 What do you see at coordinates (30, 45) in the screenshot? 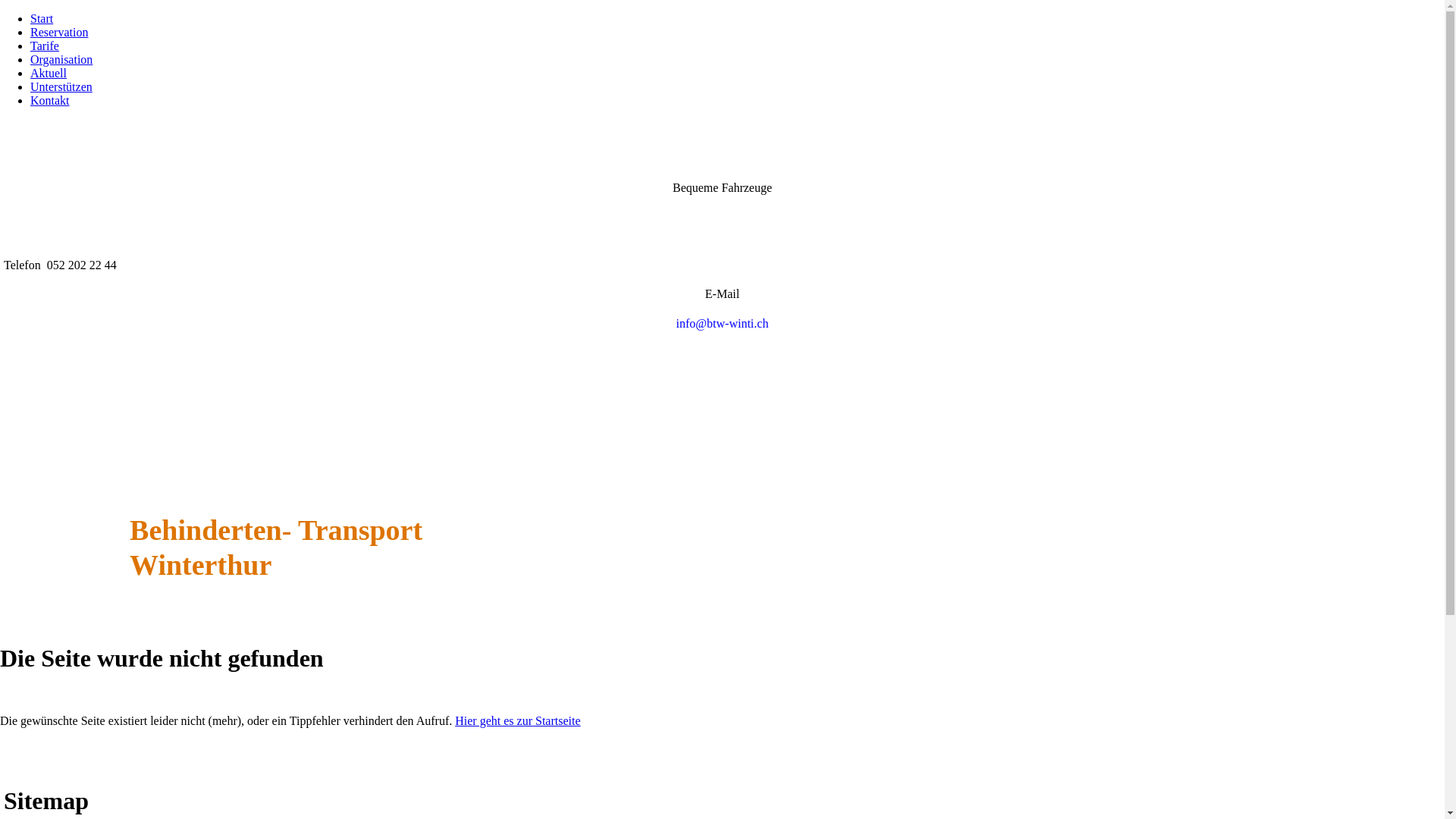
I see `'Tarife'` at bounding box center [30, 45].